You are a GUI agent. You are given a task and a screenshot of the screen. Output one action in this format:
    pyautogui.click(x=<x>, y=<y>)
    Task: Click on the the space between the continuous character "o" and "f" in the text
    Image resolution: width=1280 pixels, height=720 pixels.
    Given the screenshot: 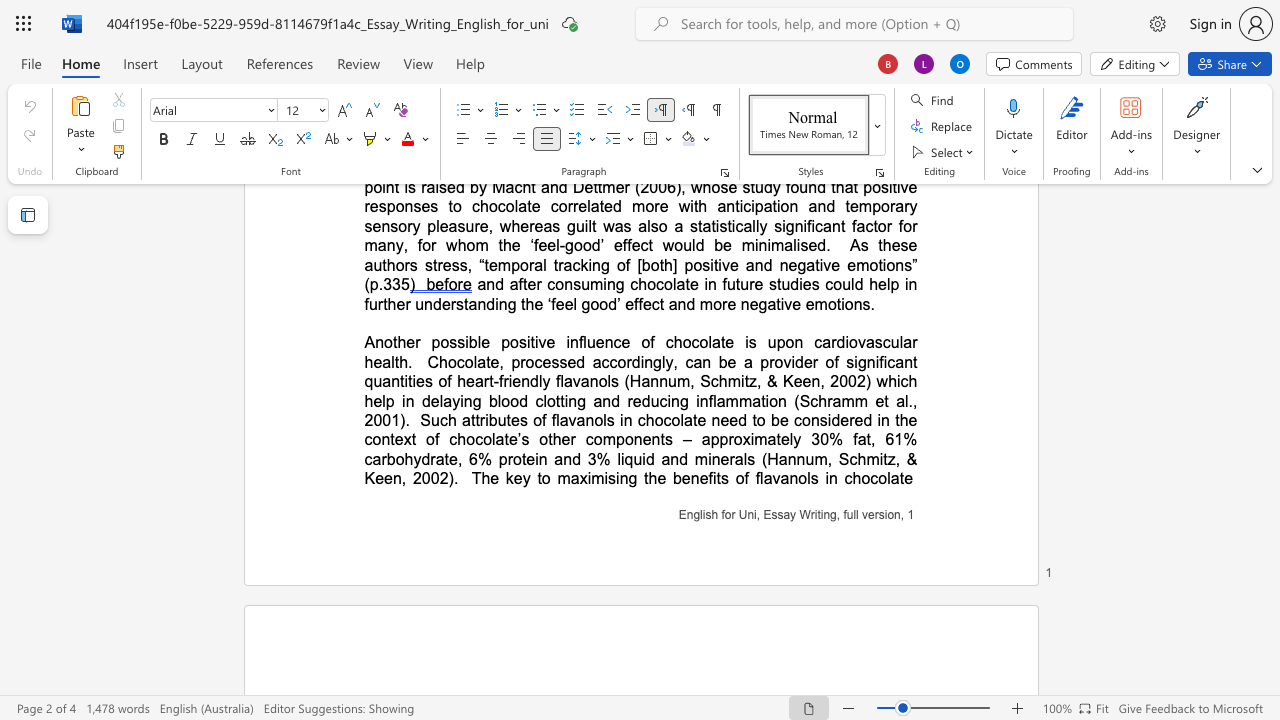 What is the action you would take?
    pyautogui.click(x=742, y=478)
    